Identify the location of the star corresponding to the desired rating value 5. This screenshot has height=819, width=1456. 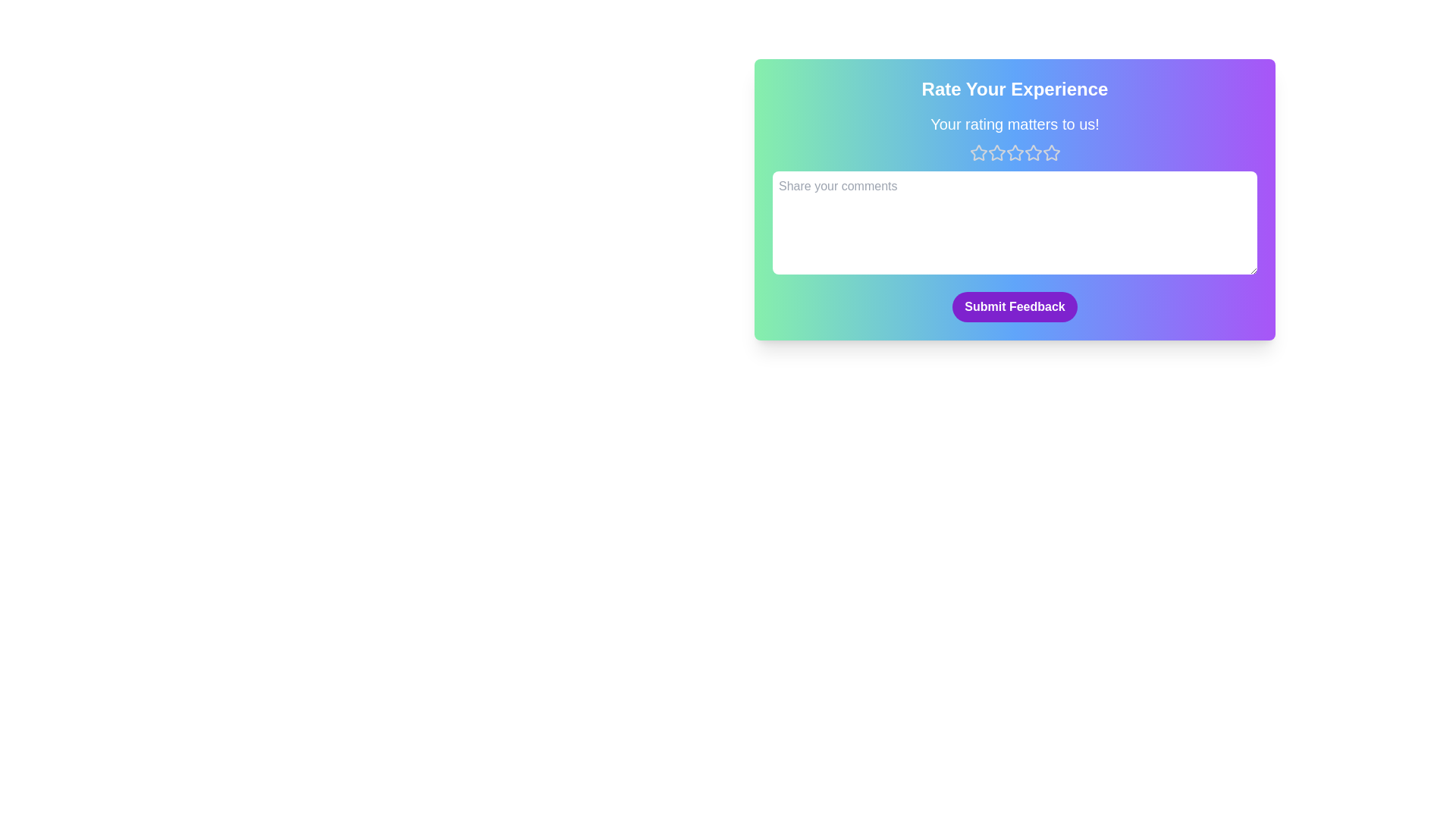
(1050, 152).